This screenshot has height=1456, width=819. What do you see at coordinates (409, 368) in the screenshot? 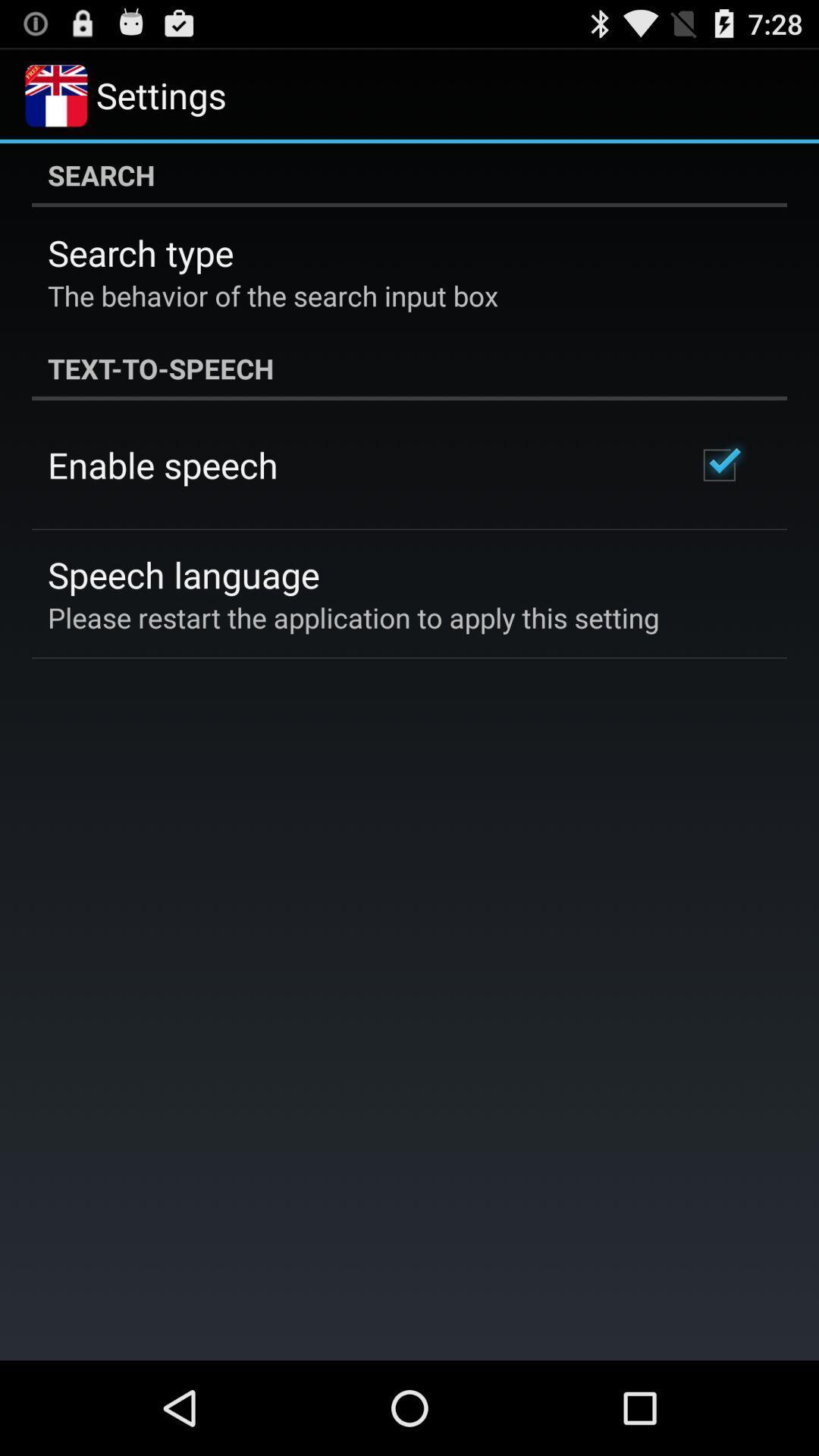
I see `the text-to-speech item` at bounding box center [409, 368].